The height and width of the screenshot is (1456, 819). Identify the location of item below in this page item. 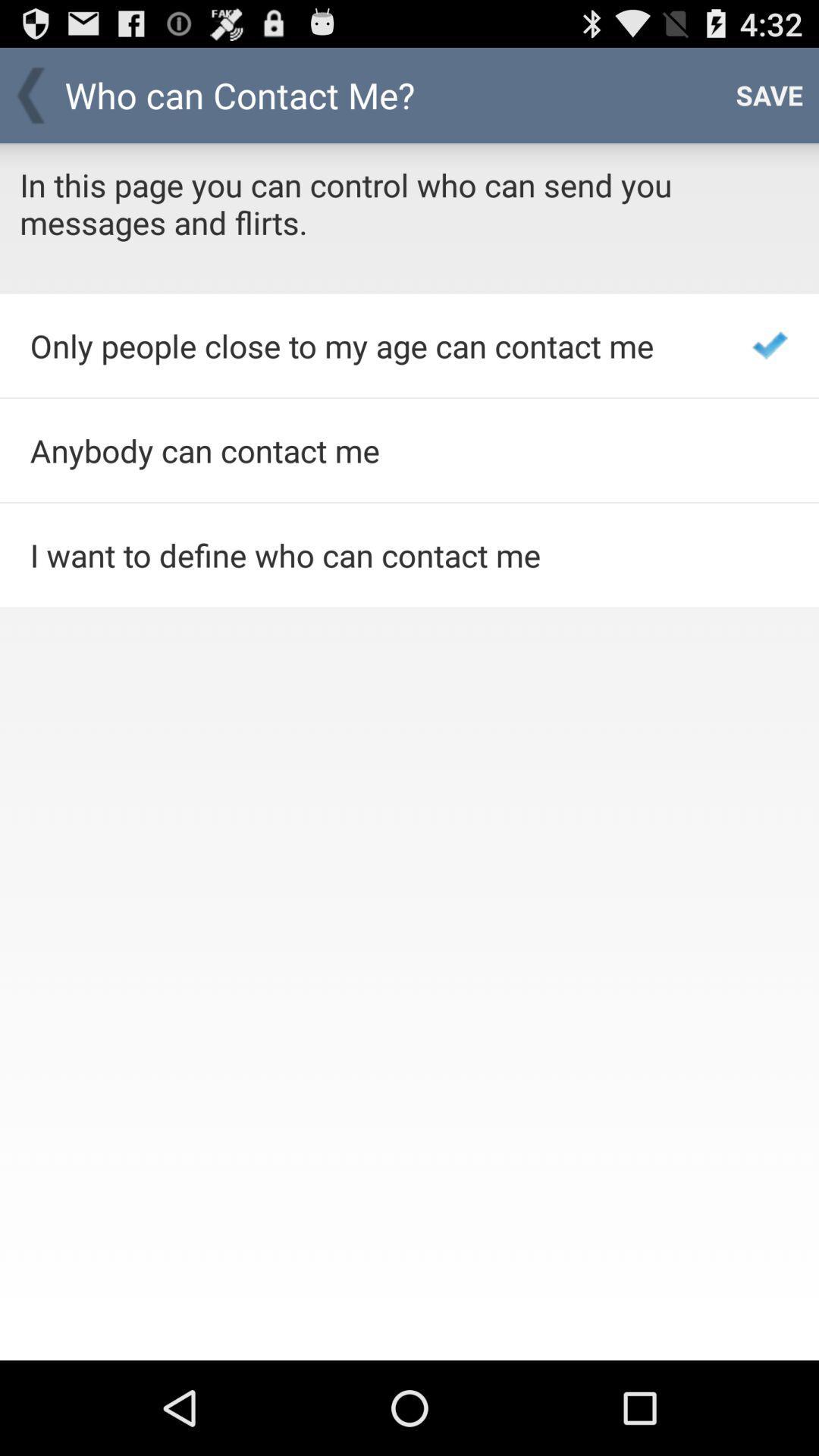
(371, 345).